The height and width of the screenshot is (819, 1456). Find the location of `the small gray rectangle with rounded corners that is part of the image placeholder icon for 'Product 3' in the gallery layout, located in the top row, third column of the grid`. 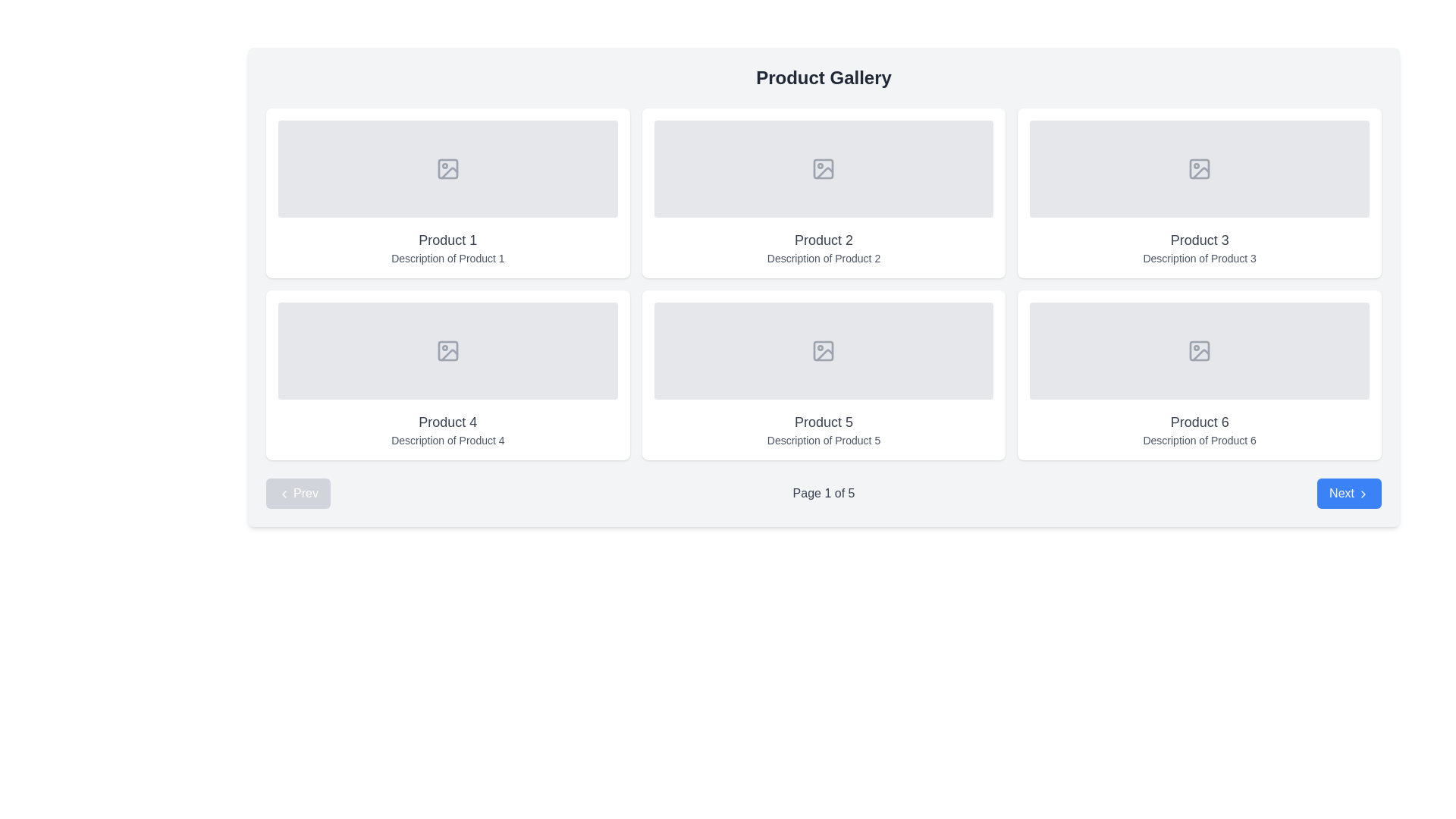

the small gray rectangle with rounded corners that is part of the image placeholder icon for 'Product 3' in the gallery layout, located in the top row, third column of the grid is located at coordinates (1199, 169).